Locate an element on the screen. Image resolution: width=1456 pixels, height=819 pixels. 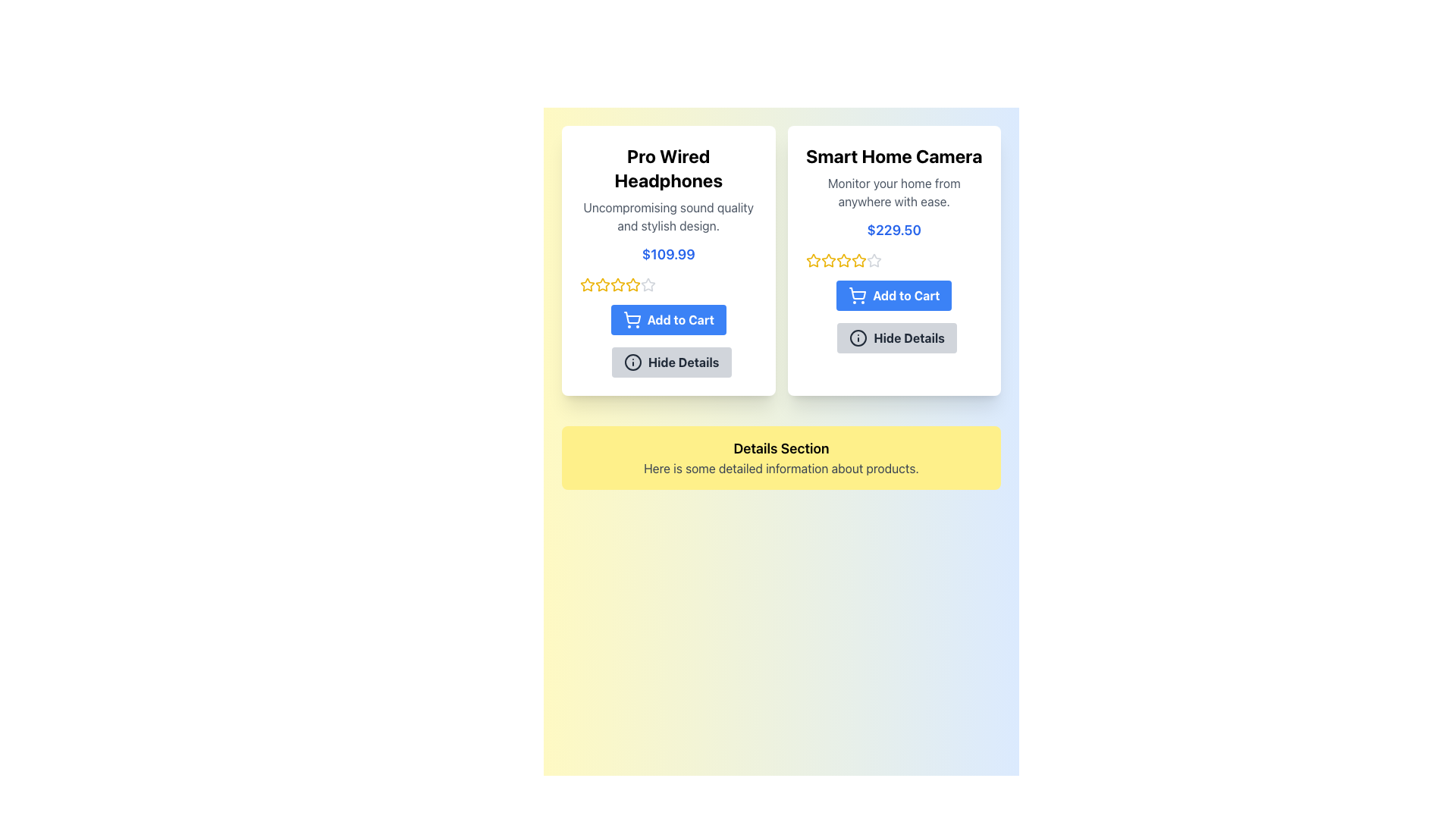
the sixth gray star icon in the rating system located under the 'Smart Home Camera' product card is located at coordinates (874, 259).